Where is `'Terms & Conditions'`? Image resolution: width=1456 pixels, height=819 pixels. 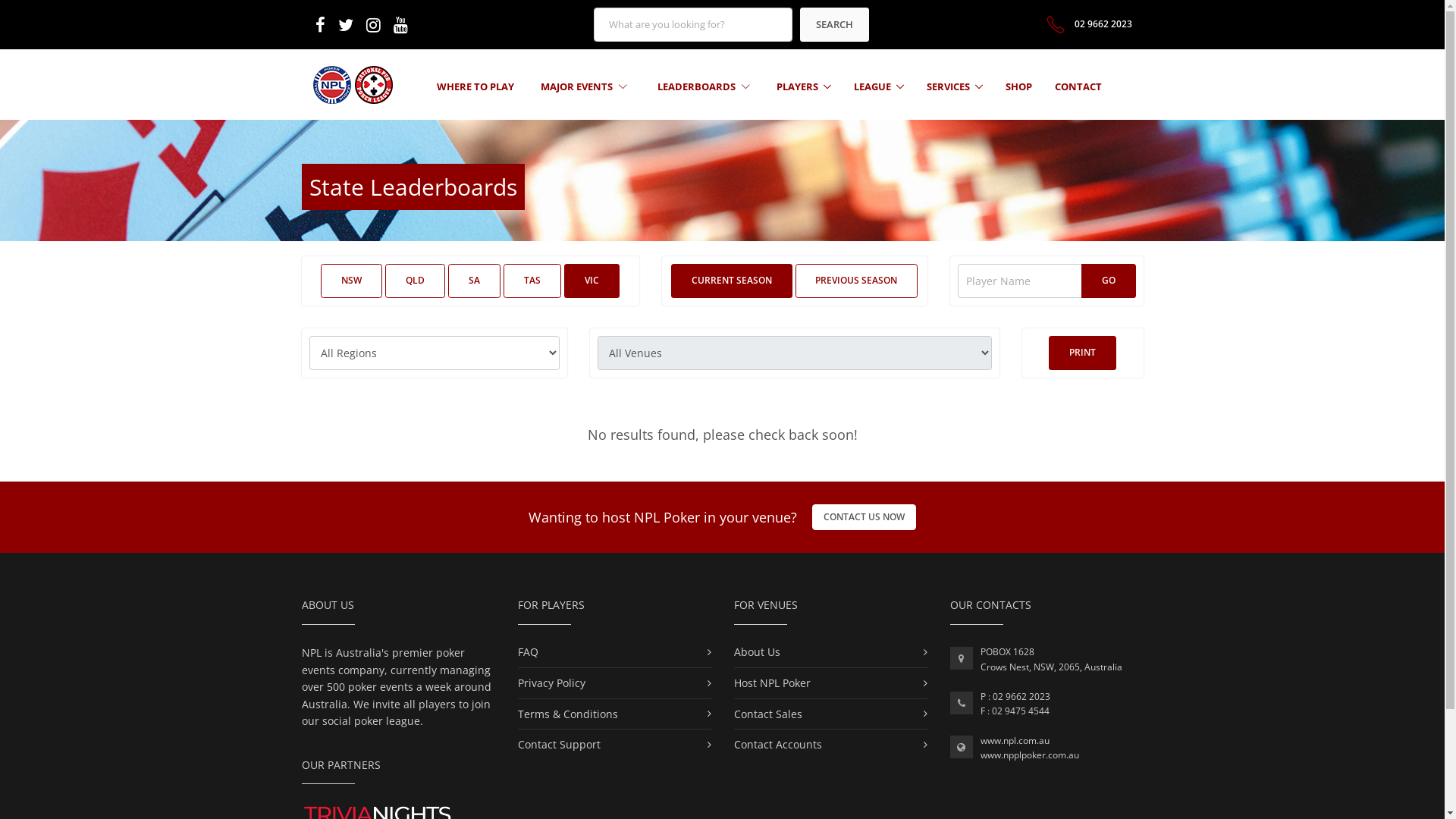
'Terms & Conditions' is located at coordinates (566, 714).